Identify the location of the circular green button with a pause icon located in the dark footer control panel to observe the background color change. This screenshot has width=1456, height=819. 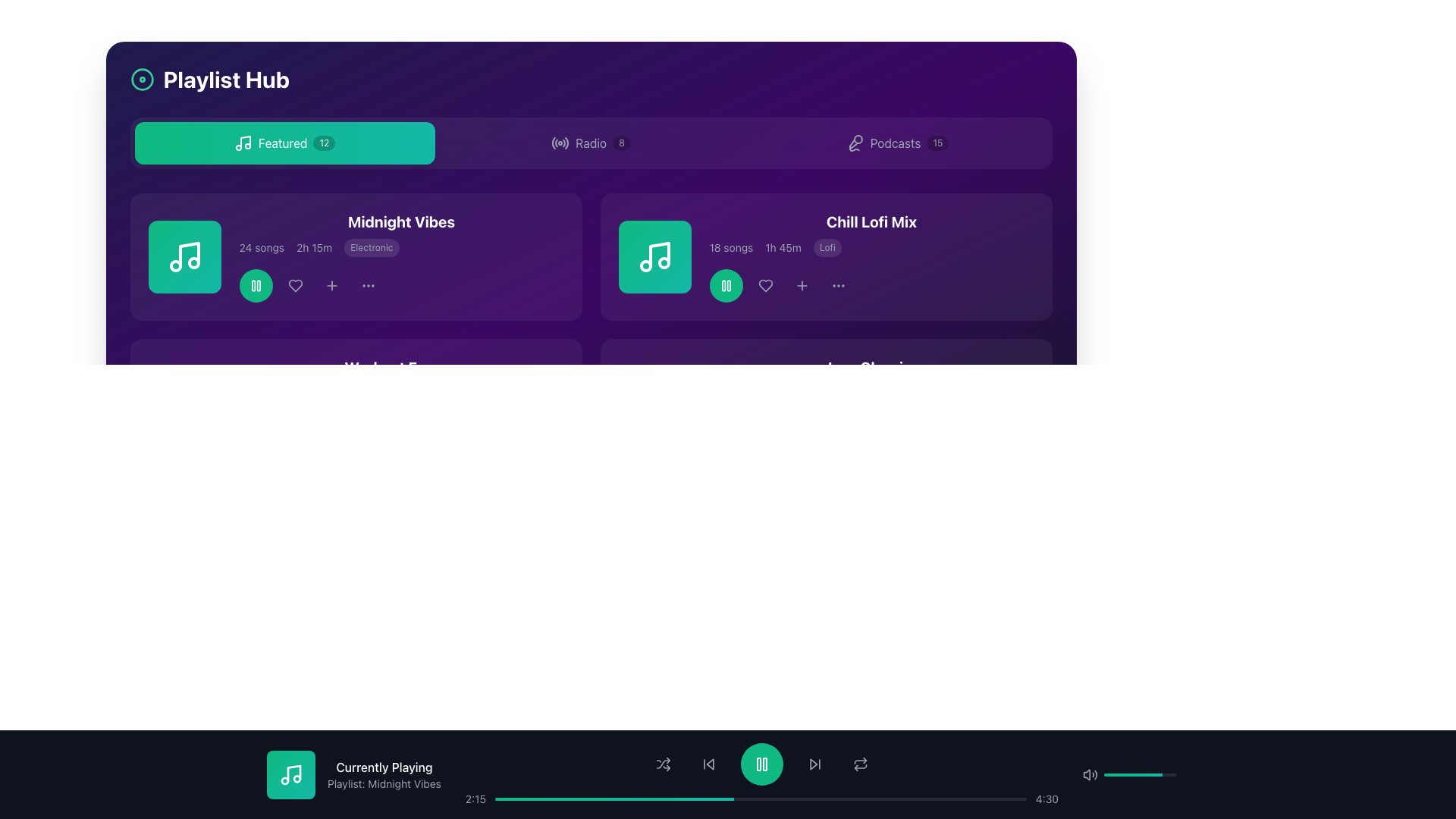
(761, 764).